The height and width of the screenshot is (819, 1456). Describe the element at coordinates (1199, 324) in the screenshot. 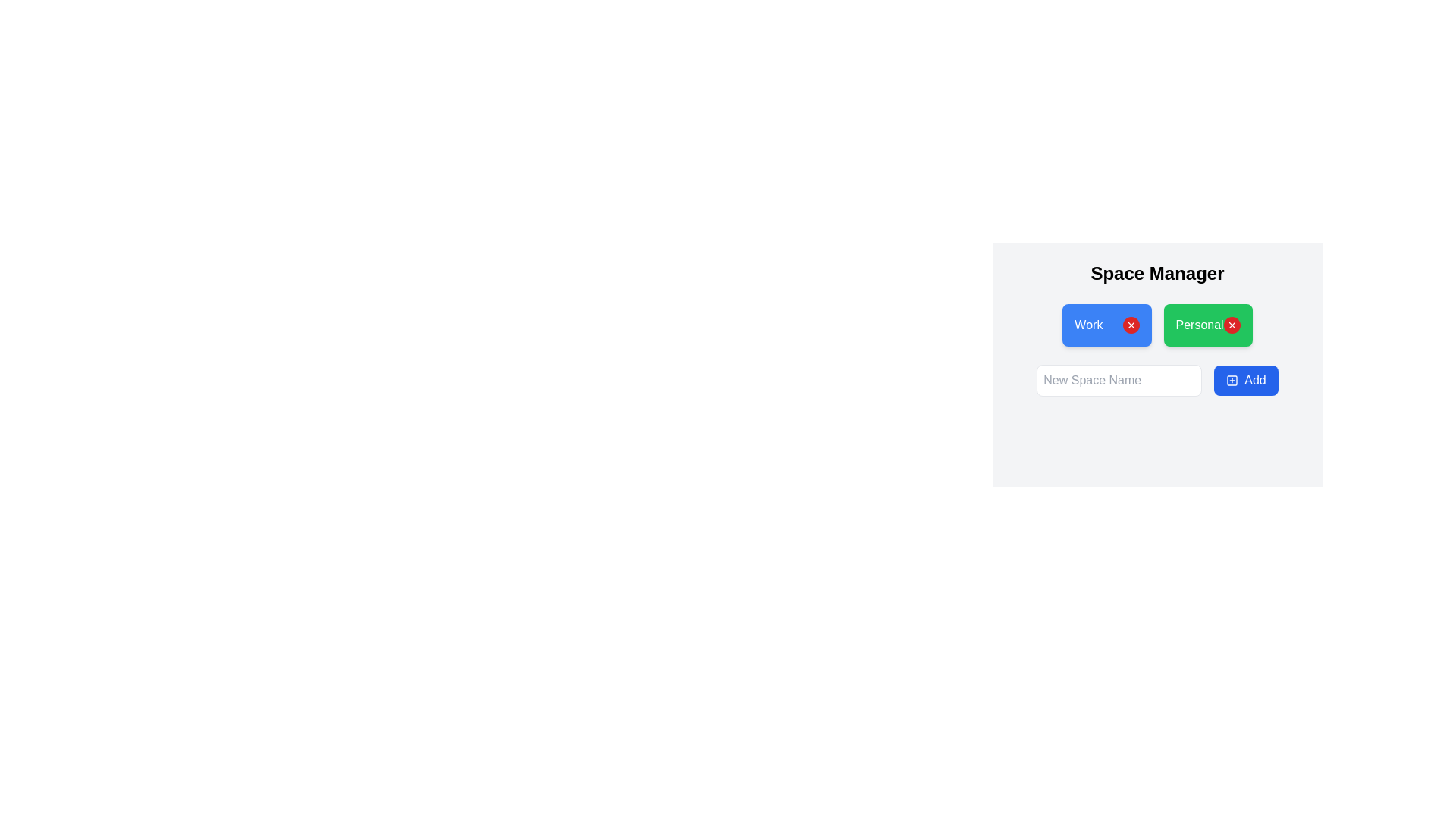

I see `the text identifier that visually indicates the 'Personal' category within the green button-like group` at that location.